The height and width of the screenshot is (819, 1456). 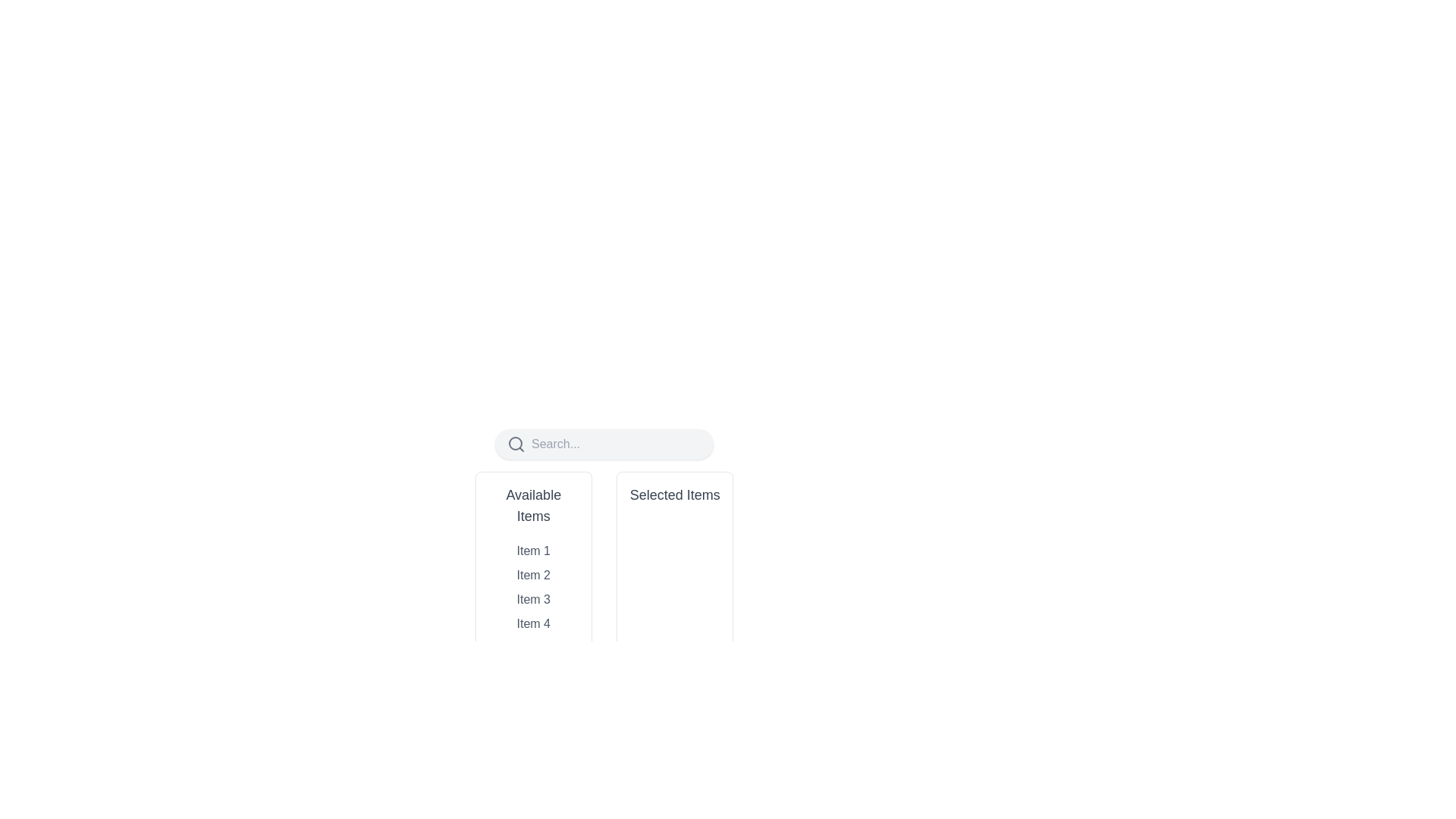 What do you see at coordinates (533, 506) in the screenshot?
I see `the text label heading that indicates the section for viewing items listed below it, which is centrally aligned at the top of the panel` at bounding box center [533, 506].